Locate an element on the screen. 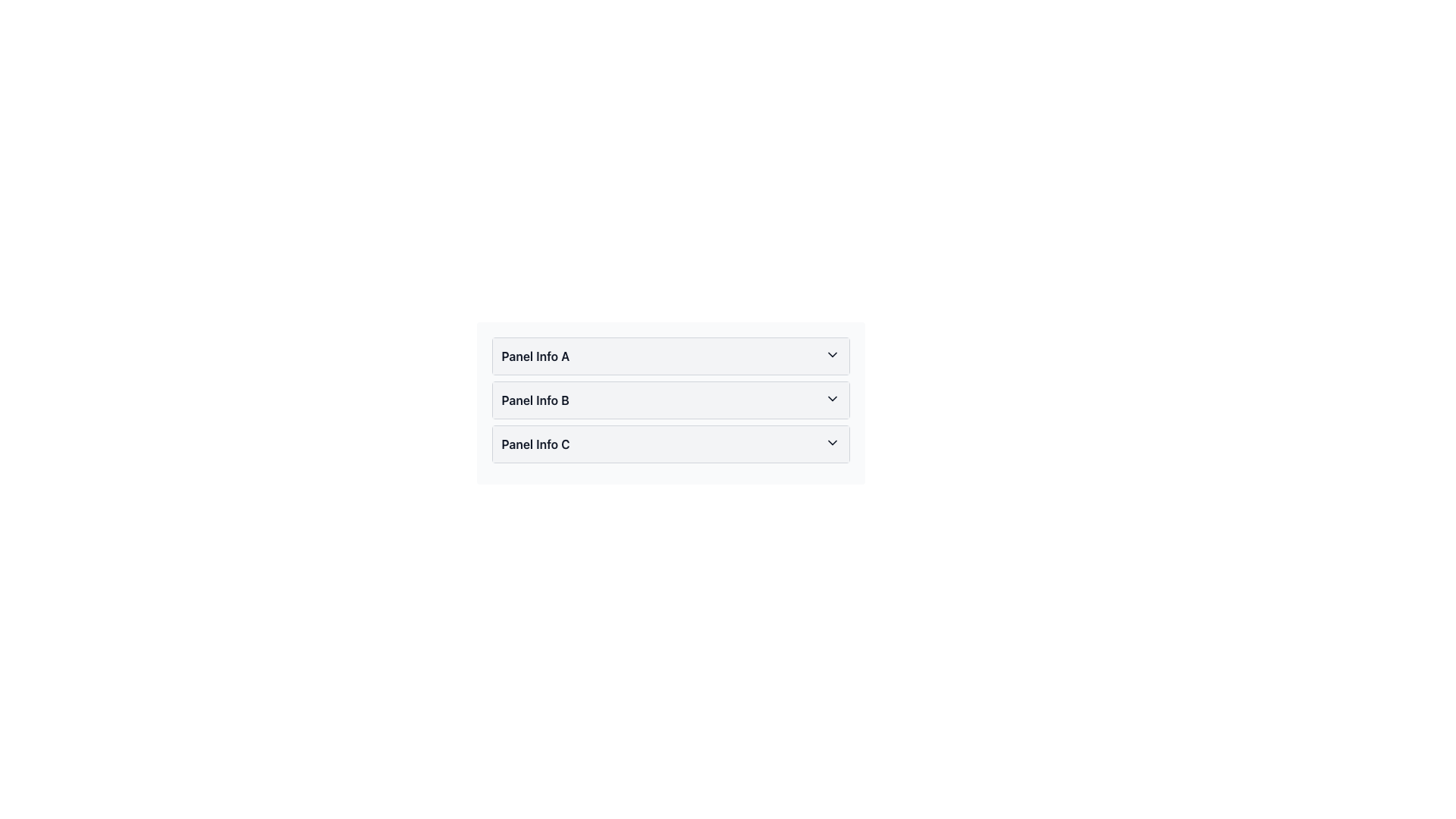 The width and height of the screenshot is (1456, 819). the downward-pointing chevron icon located at the right end of the 'Panel Info B' panel is located at coordinates (831, 397).